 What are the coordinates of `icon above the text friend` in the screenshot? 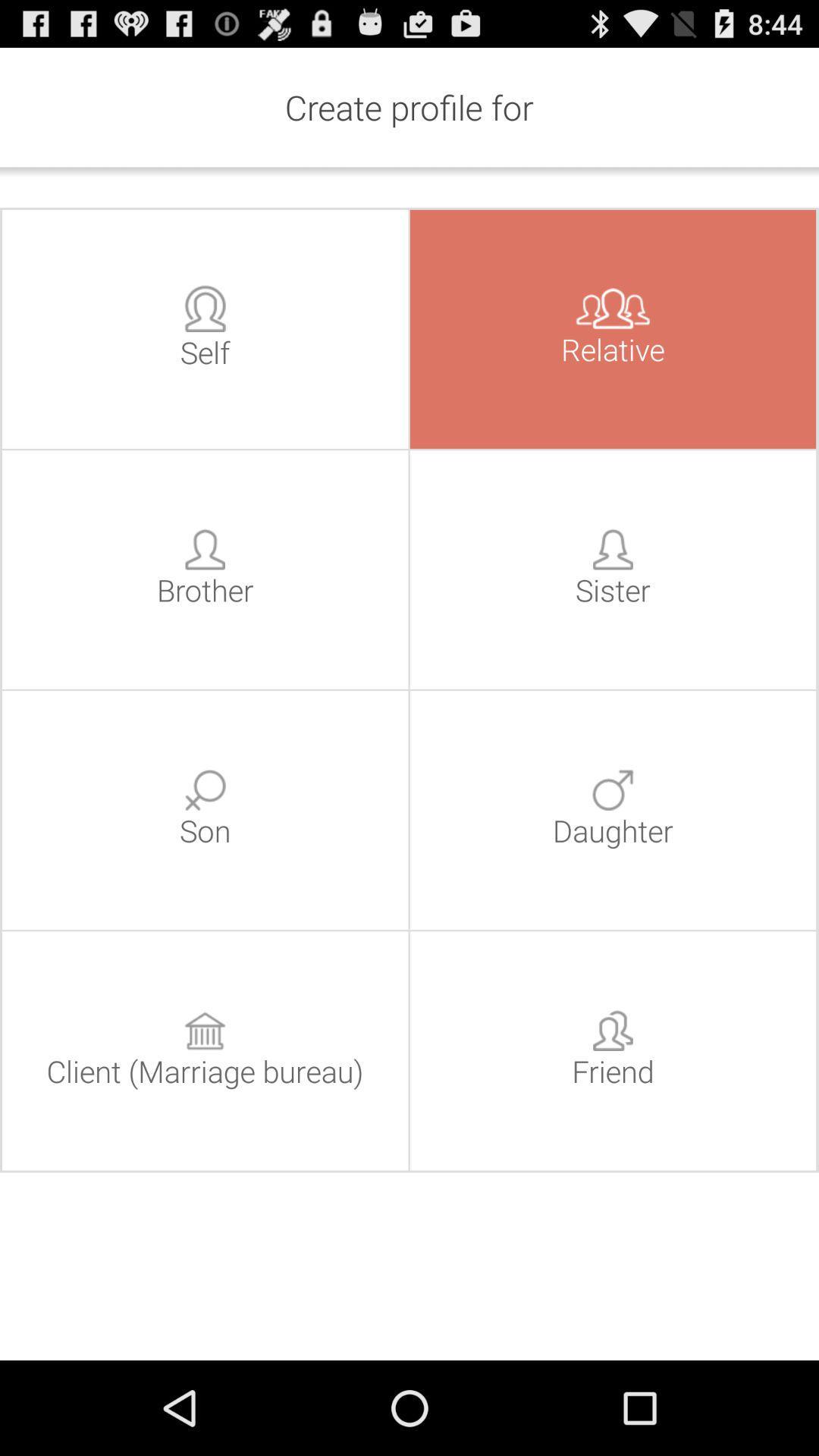 It's located at (613, 1030).